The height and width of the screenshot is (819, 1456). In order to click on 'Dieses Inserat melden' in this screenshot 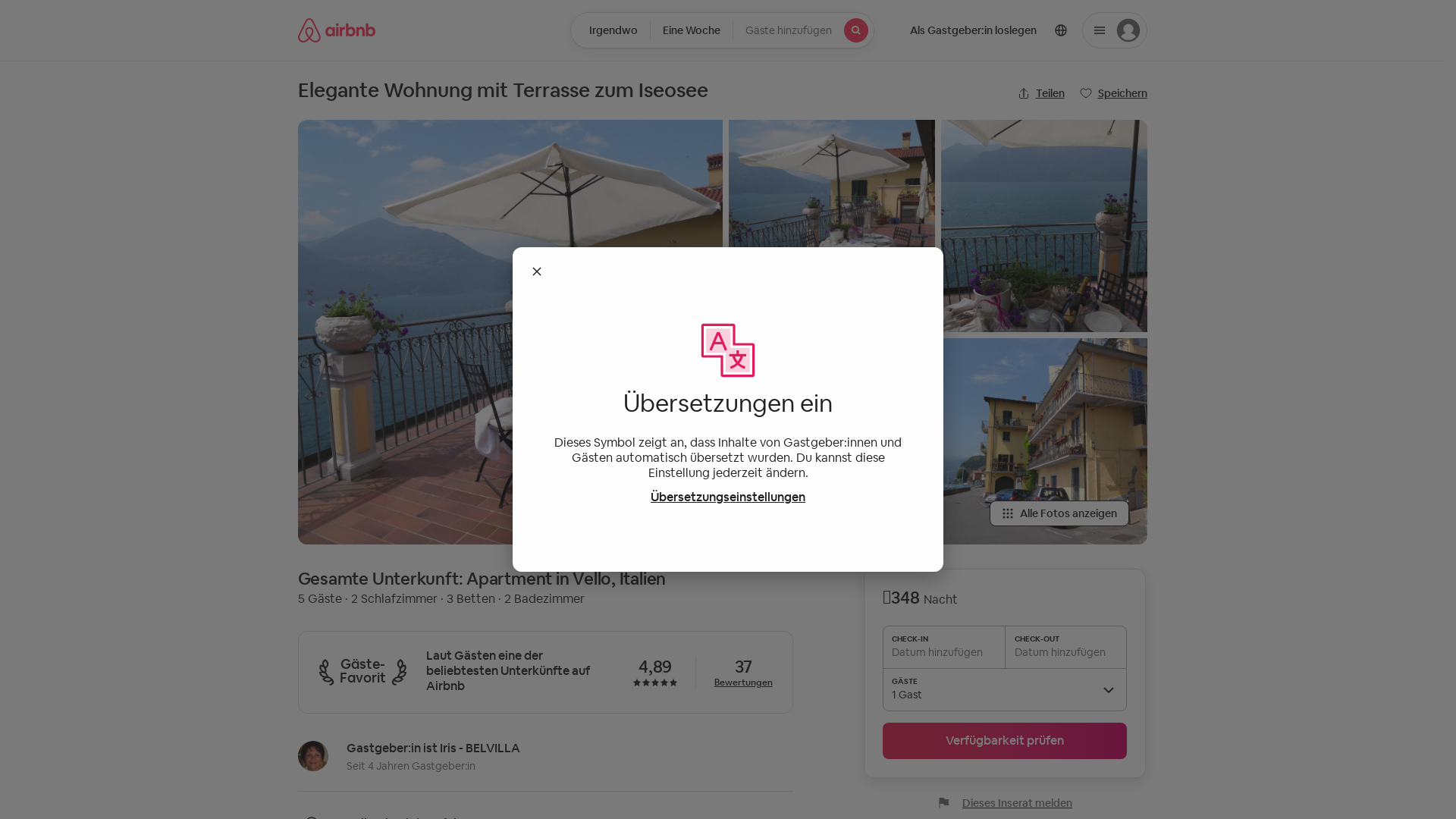, I will do `click(1005, 802)`.